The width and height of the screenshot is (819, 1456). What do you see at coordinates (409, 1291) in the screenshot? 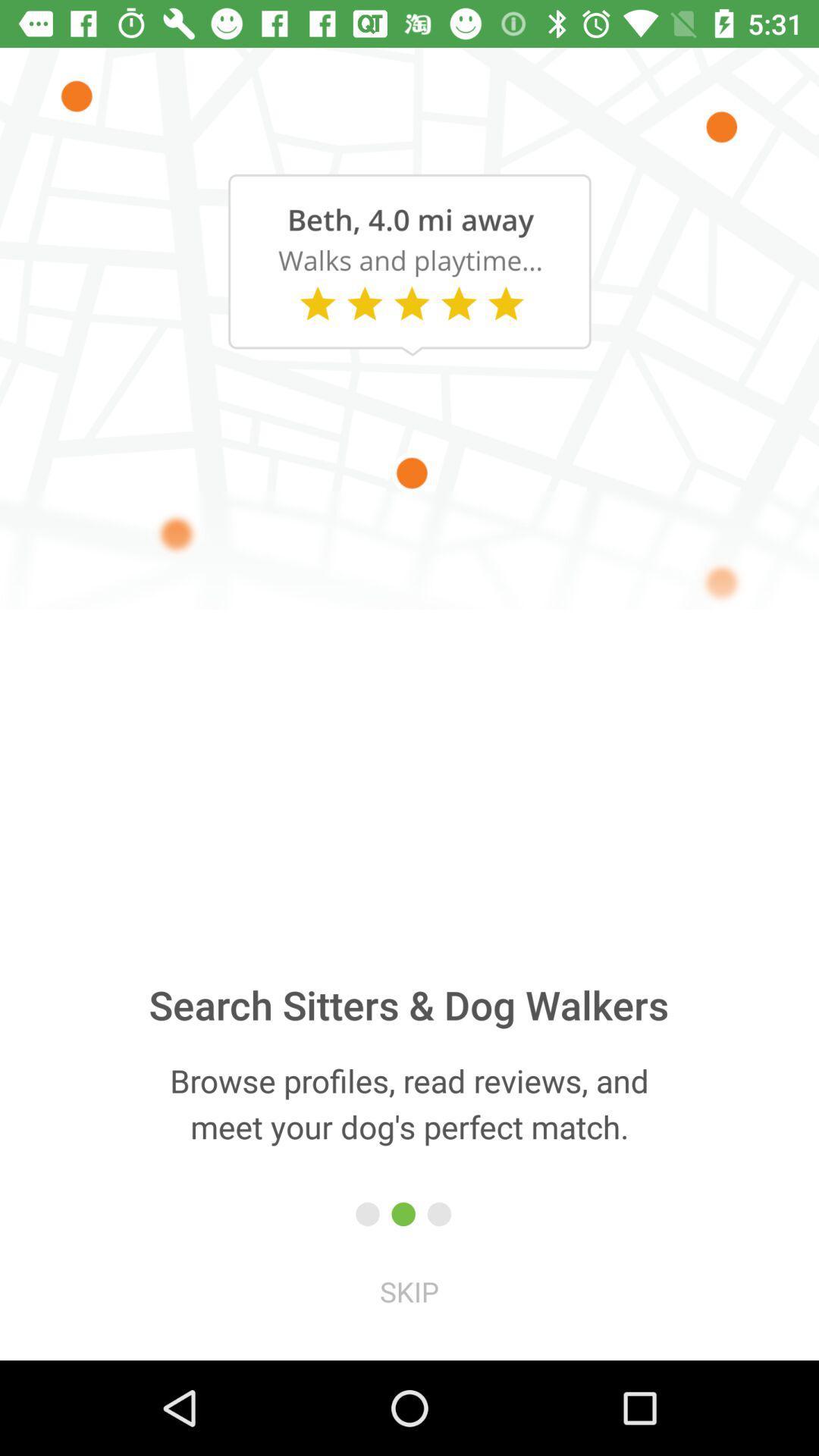
I see `skip icon` at bounding box center [409, 1291].